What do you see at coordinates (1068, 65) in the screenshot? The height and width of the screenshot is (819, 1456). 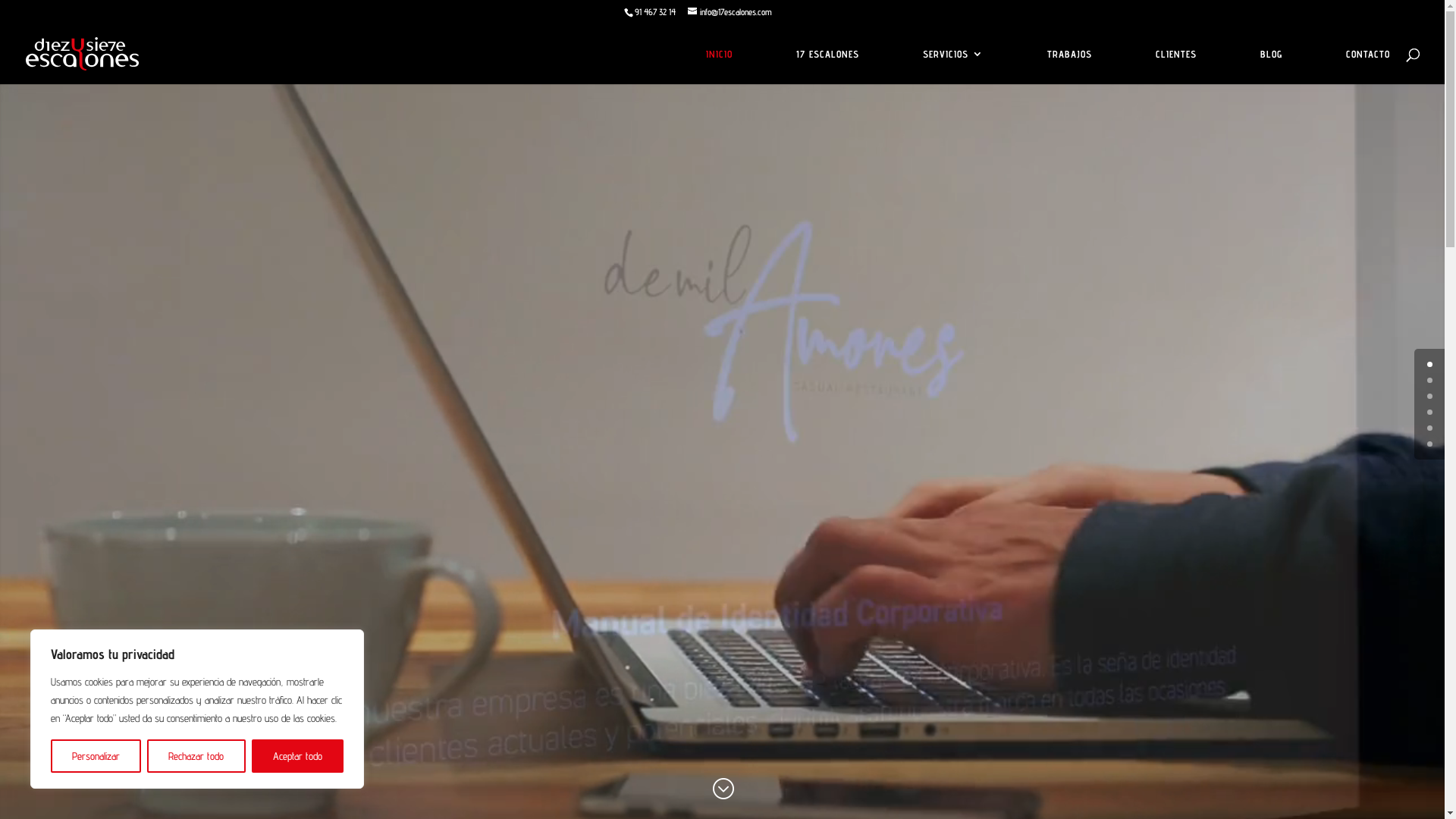 I see `'TRABAJOS'` at bounding box center [1068, 65].